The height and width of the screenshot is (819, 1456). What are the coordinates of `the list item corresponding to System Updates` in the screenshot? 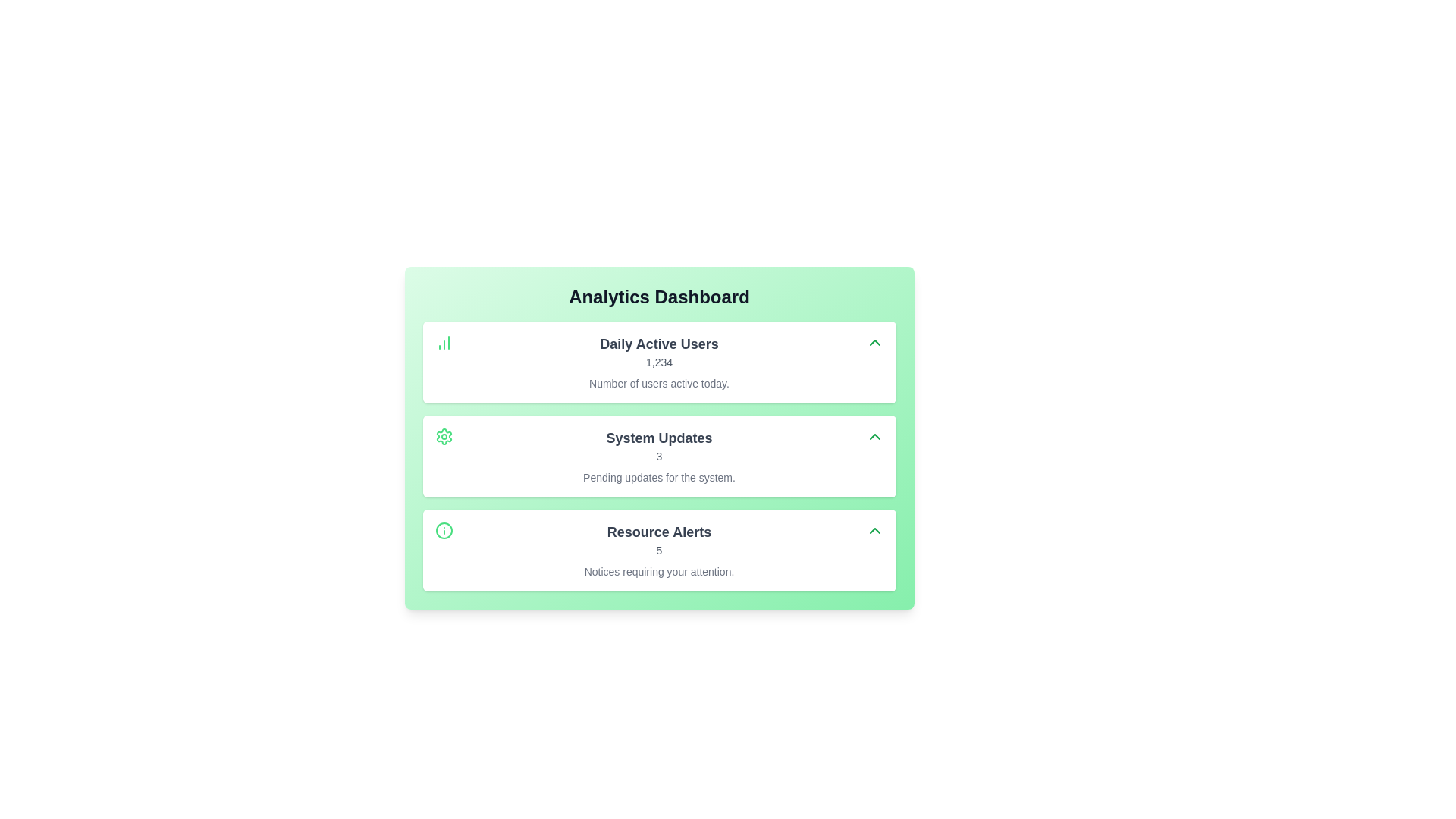 It's located at (659, 455).